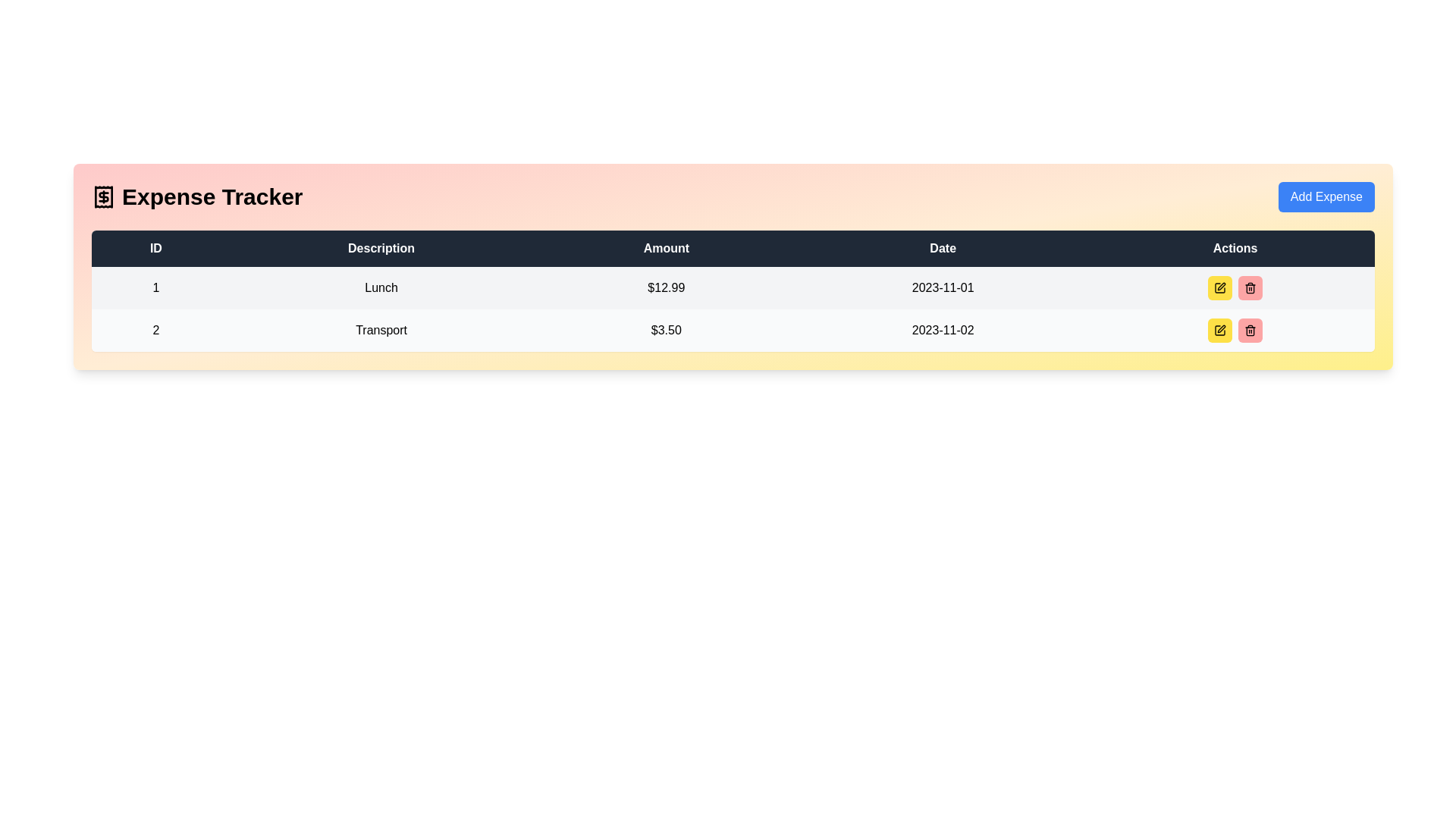 This screenshot has width=1456, height=819. Describe the element at coordinates (1250, 288) in the screenshot. I see `the delete icon button located in the 'Actions' column of the second row in the table` at that location.